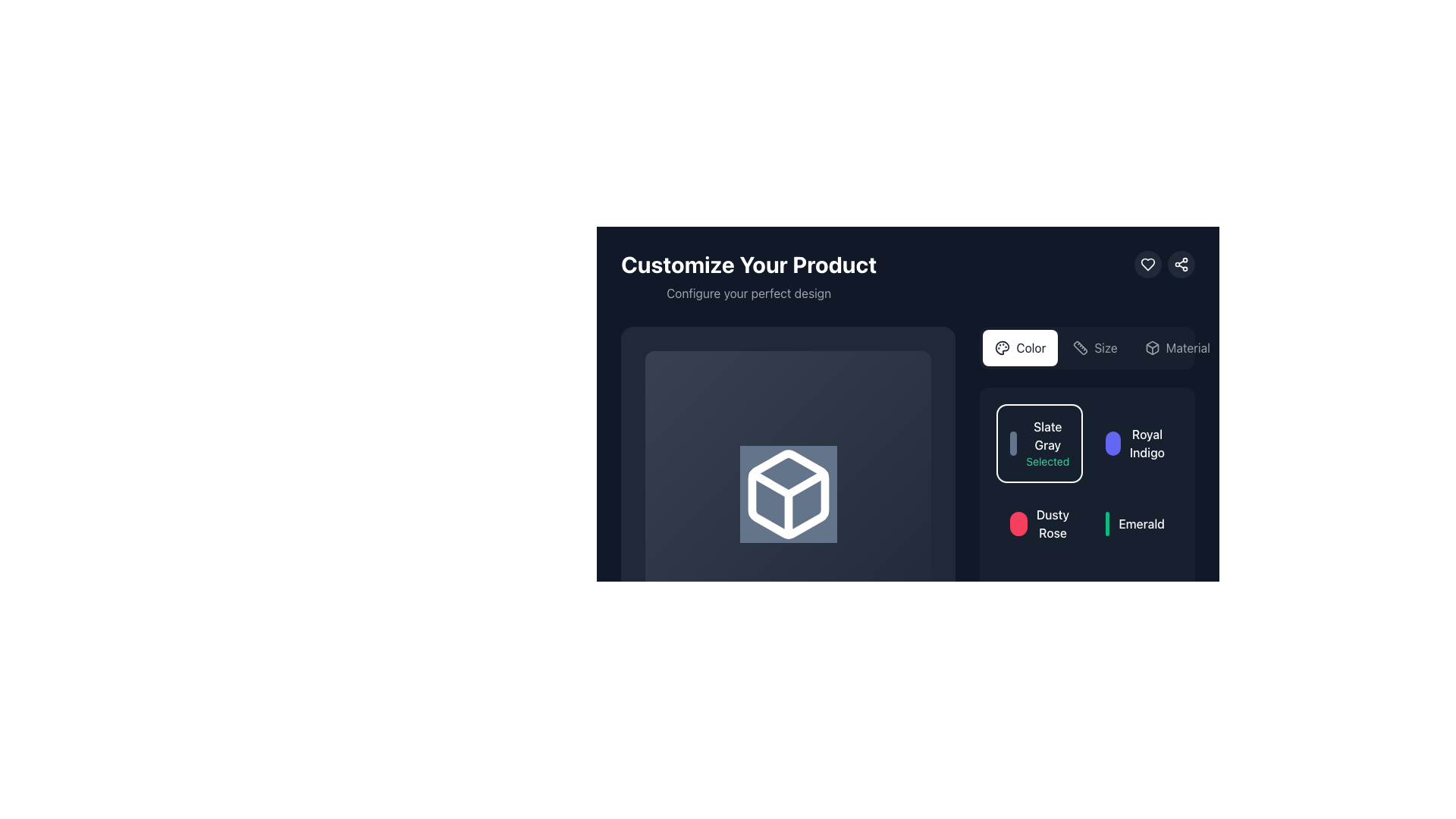  What do you see at coordinates (1152, 348) in the screenshot?
I see `the material option icon located in the customization section of the product design interface, positioned on the right-hand side across from the 'Color' and 'Size' labels` at bounding box center [1152, 348].